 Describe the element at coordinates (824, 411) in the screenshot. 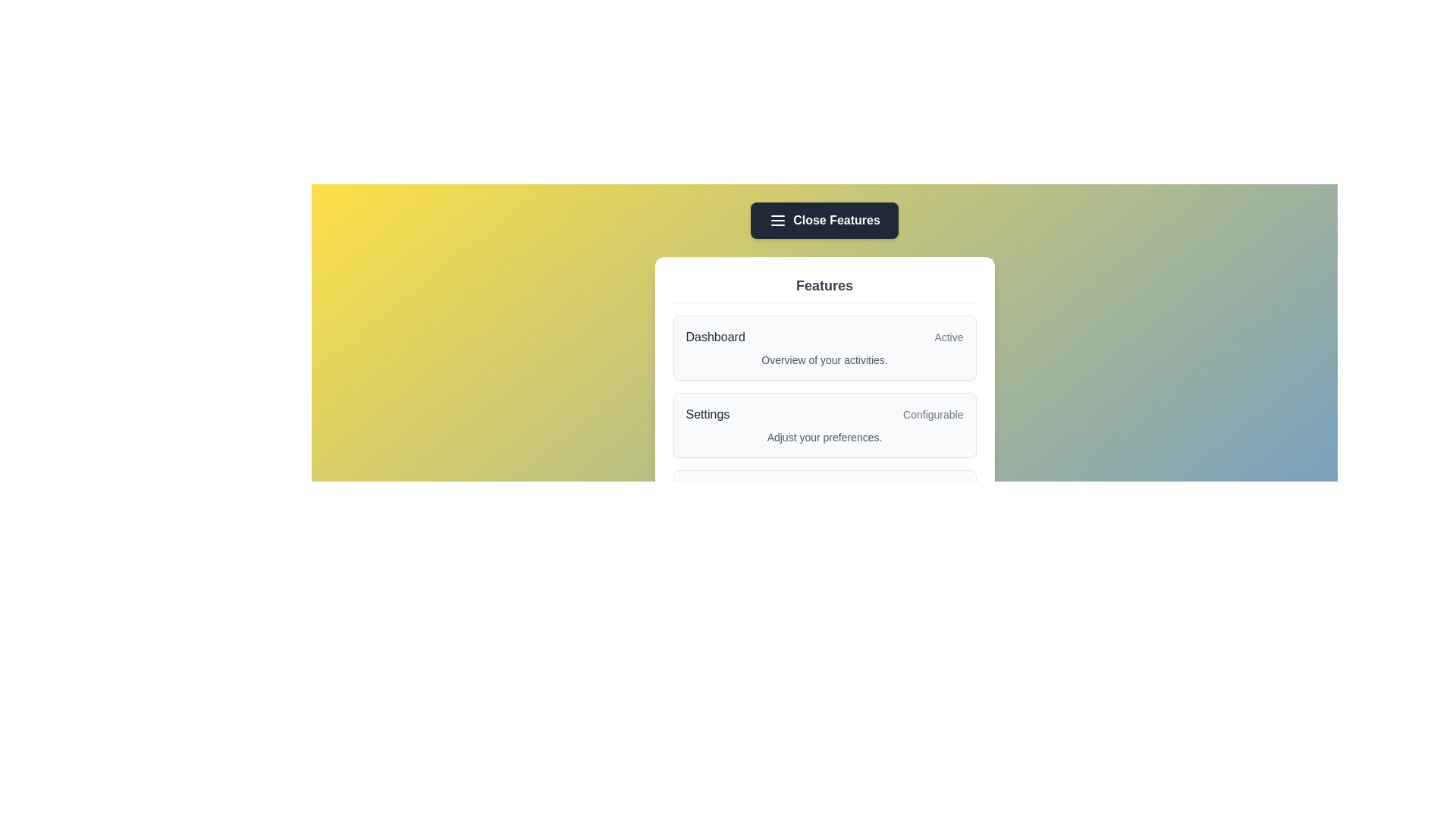

I see `information from the second informational card in the features list under the title 'Features' which provides details about 'Settings.'` at that location.